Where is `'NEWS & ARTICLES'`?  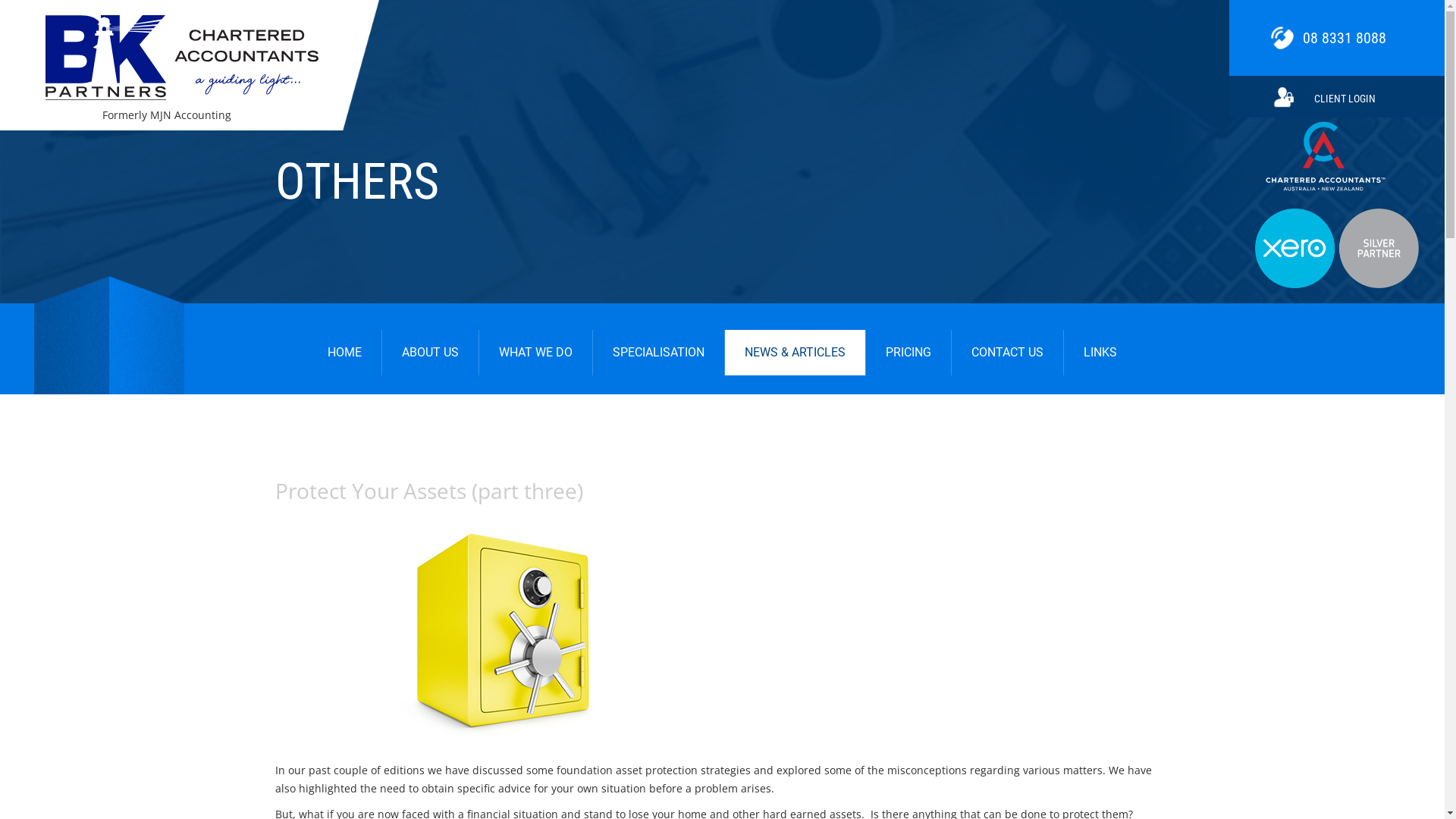
'NEWS & ARTICLES' is located at coordinates (723, 353).